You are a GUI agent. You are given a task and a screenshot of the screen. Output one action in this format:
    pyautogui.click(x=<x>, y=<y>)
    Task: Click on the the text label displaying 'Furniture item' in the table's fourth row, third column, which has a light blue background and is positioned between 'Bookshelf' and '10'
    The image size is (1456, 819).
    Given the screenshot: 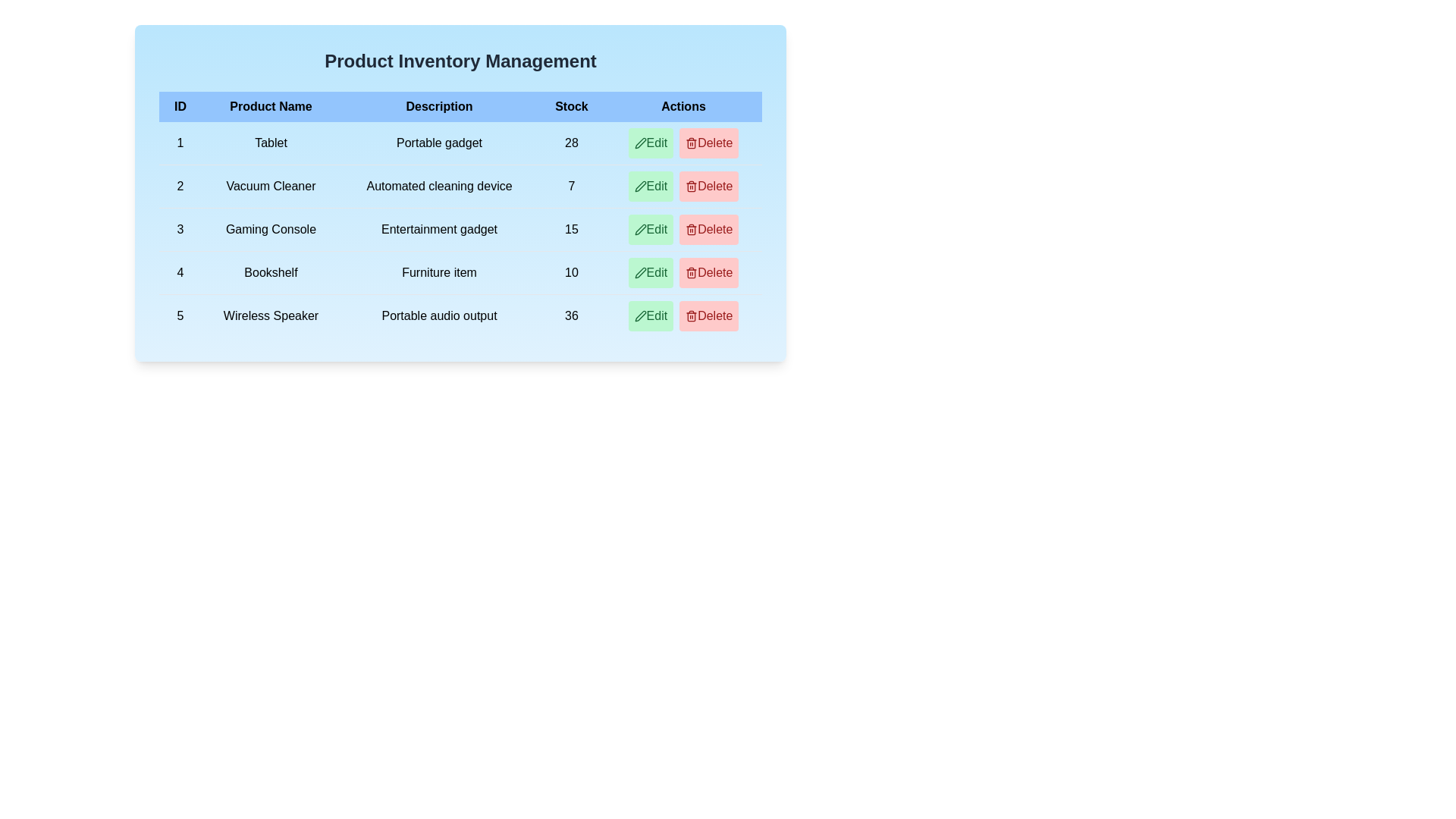 What is the action you would take?
    pyautogui.click(x=438, y=271)
    